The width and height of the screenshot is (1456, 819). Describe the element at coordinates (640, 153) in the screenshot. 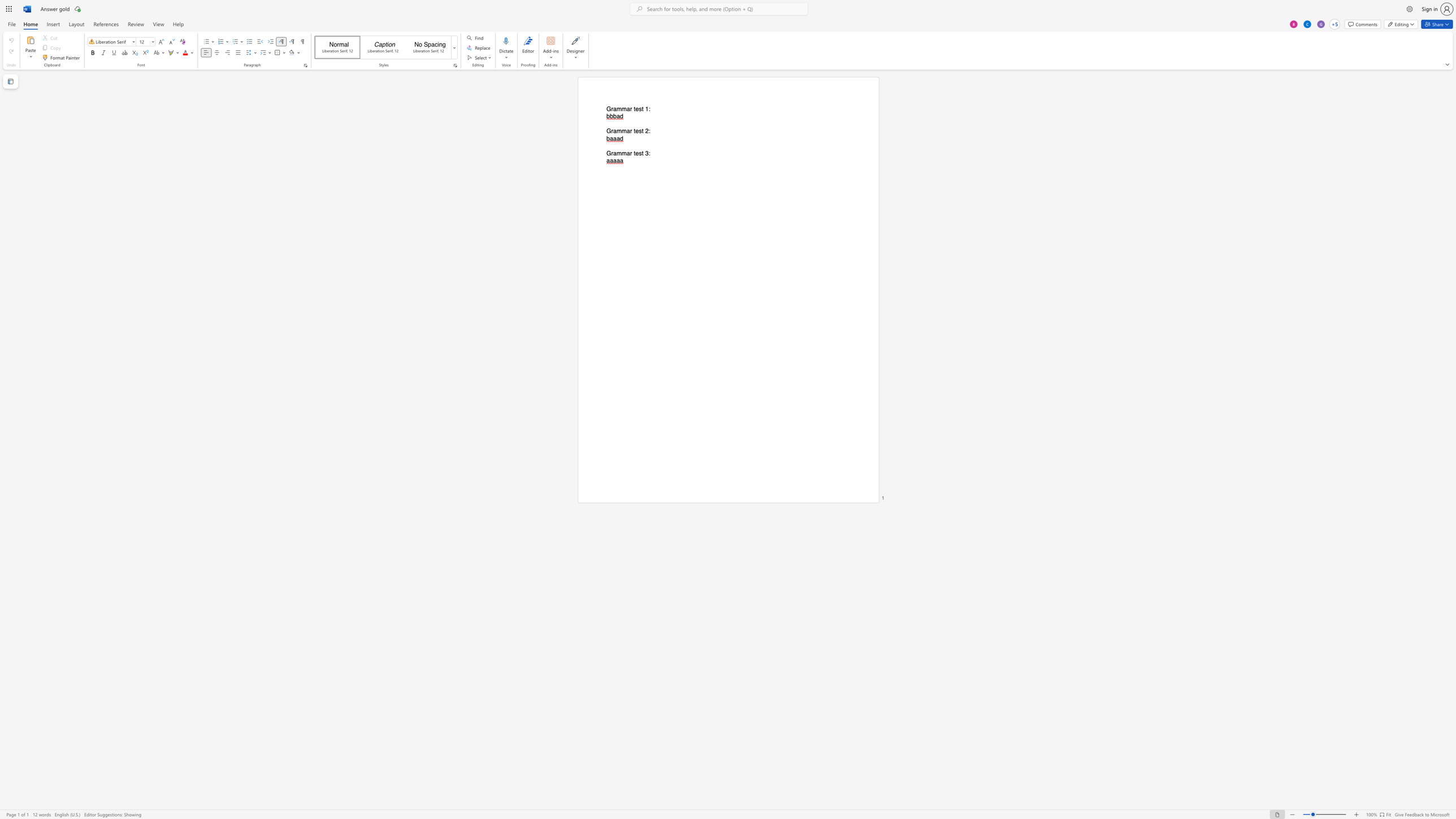

I see `the space between the continuous character "s" and "t" in the text` at that location.